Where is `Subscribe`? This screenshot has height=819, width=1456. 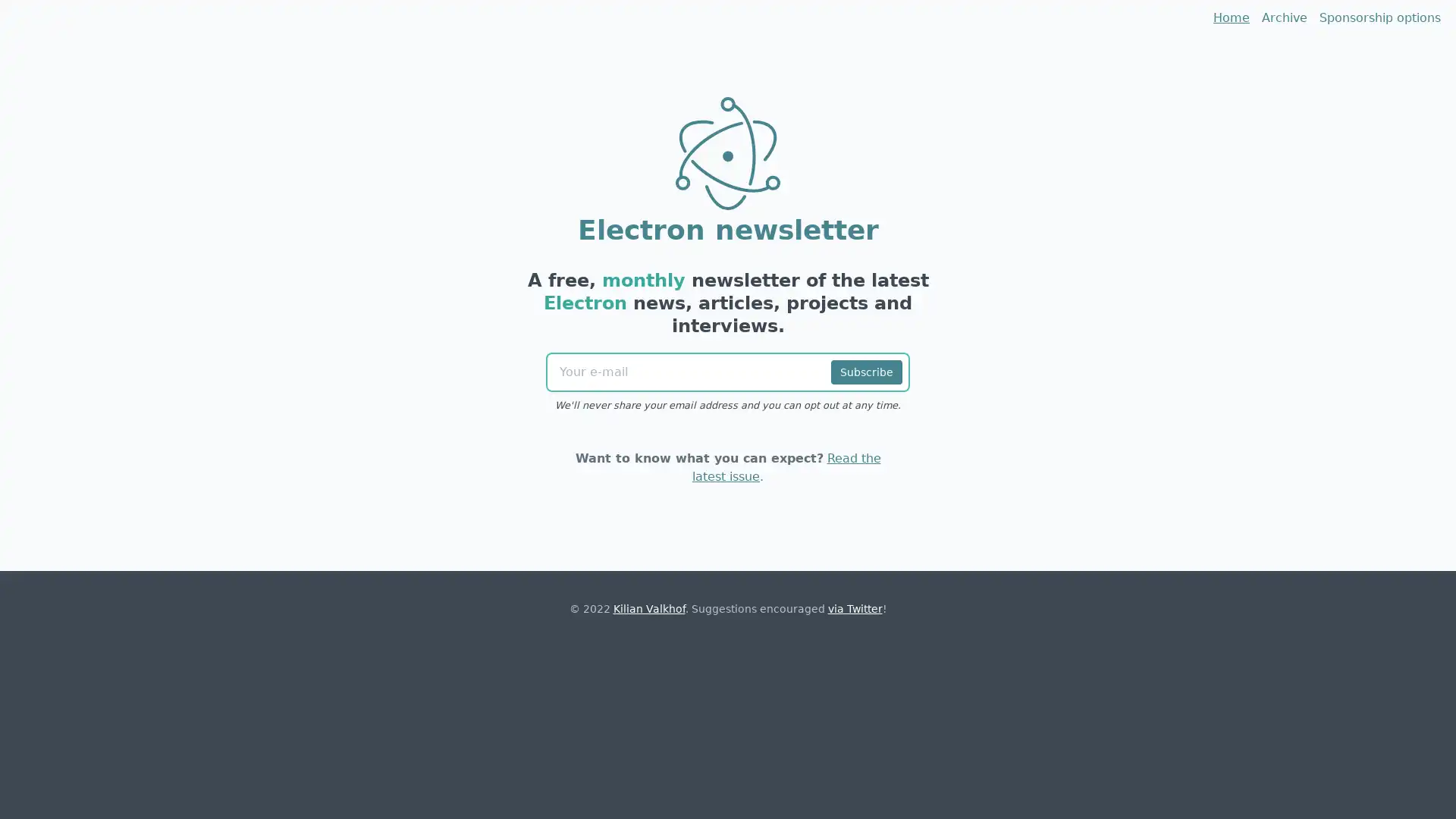 Subscribe is located at coordinates (866, 372).